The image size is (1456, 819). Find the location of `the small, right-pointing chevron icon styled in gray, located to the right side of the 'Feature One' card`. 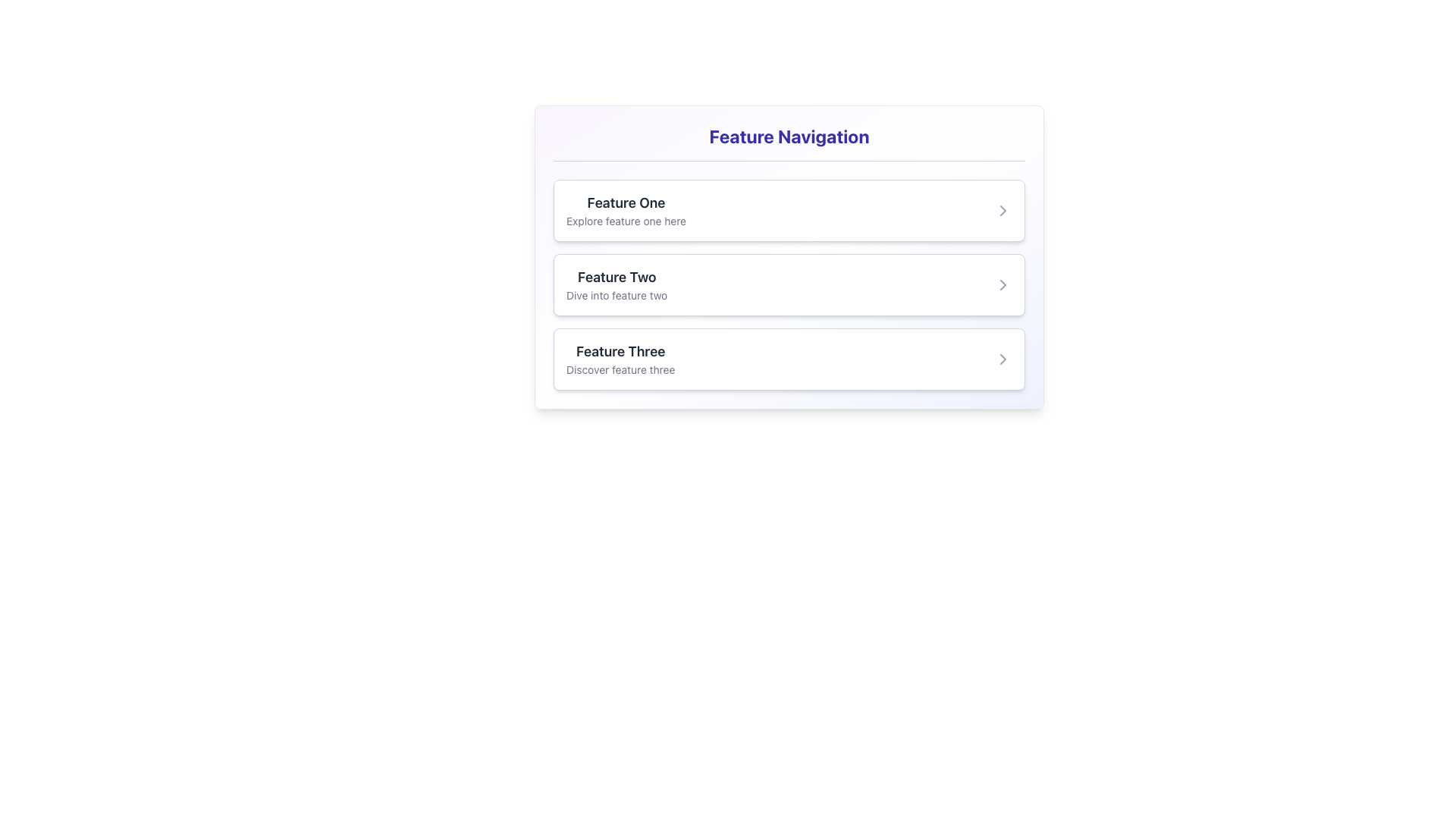

the small, right-pointing chevron icon styled in gray, located to the right side of the 'Feature One' card is located at coordinates (1003, 210).